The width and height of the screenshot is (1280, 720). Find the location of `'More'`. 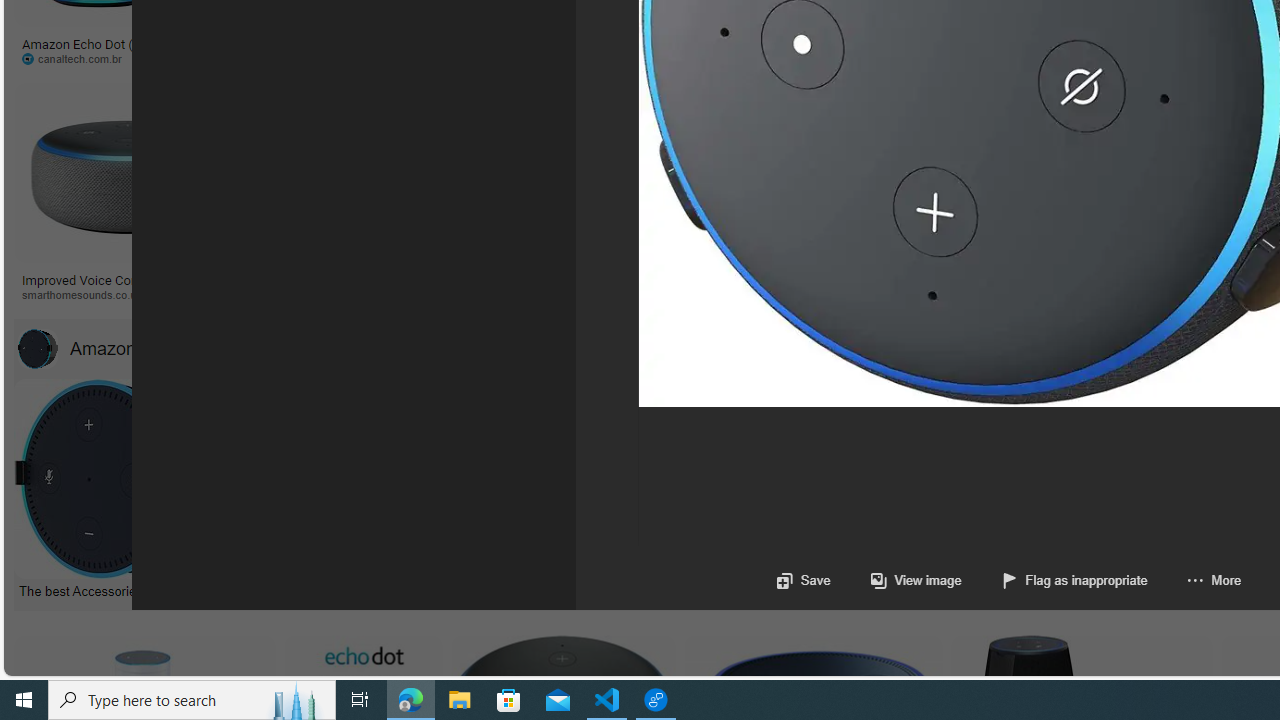

'More' is located at coordinates (1213, 580).